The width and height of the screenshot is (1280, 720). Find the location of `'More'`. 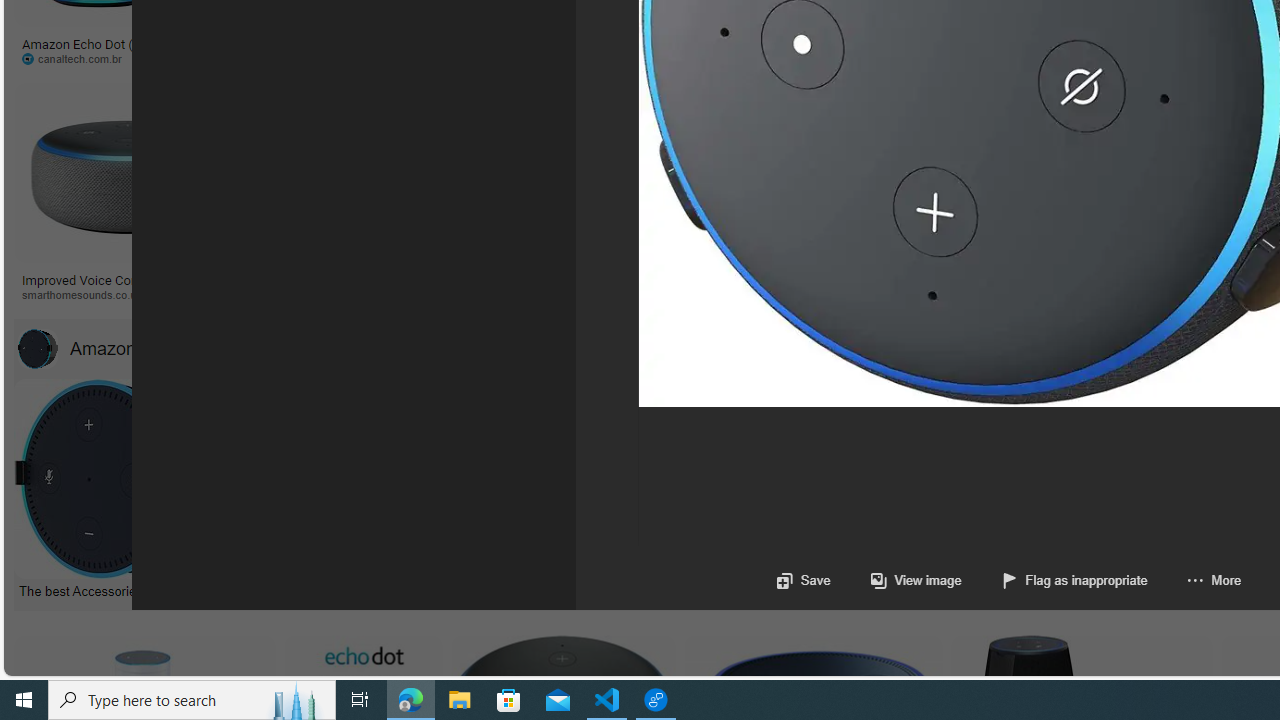

'More' is located at coordinates (1213, 580).